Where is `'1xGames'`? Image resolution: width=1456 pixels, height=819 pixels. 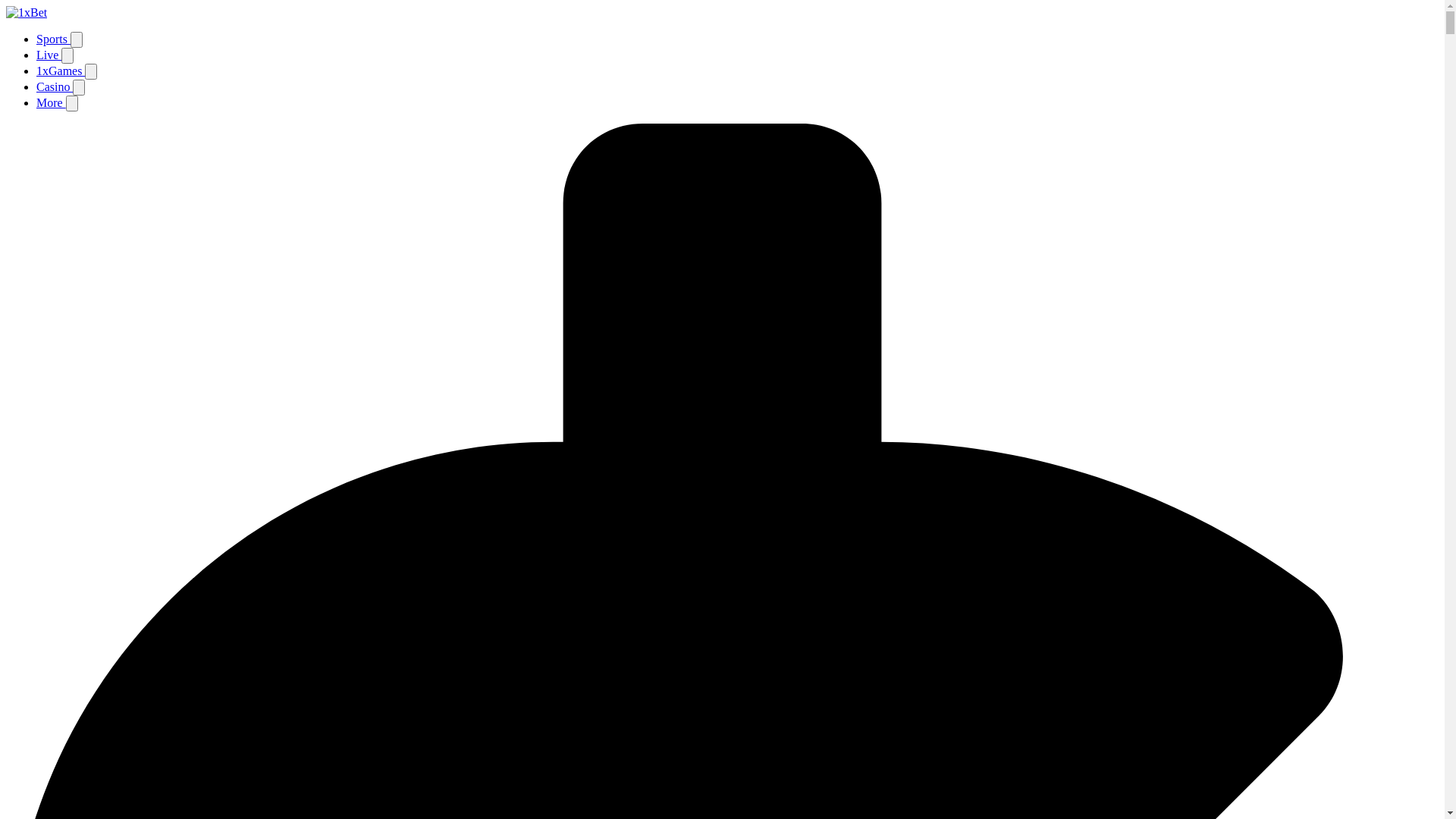
'1xGames' is located at coordinates (61, 71).